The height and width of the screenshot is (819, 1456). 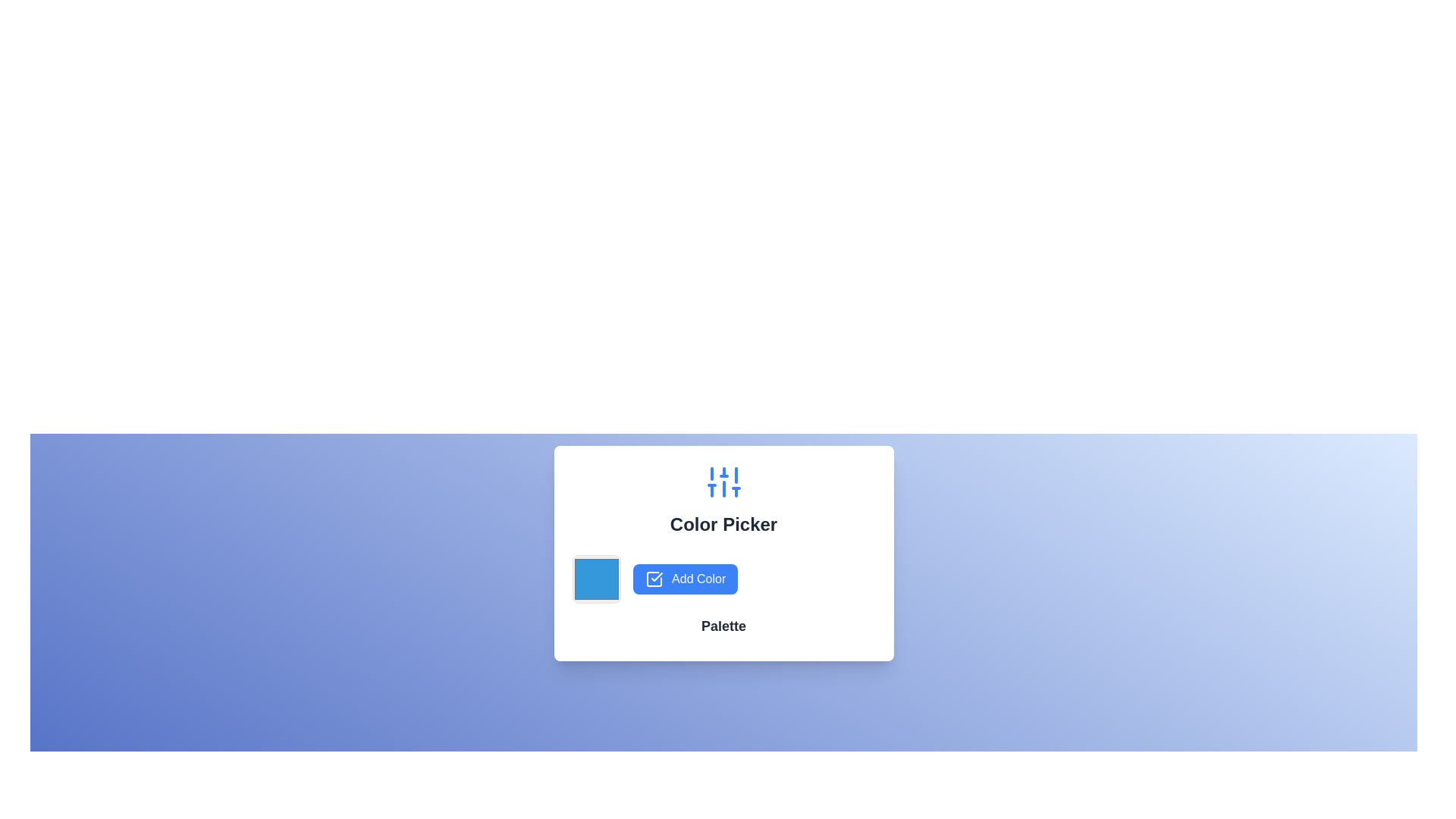 What do you see at coordinates (723, 629) in the screenshot?
I see `the 'Palette' text label, which is styled in bold, dark gray font and located at the bottom of the panel under the 'Add Color' section` at bounding box center [723, 629].